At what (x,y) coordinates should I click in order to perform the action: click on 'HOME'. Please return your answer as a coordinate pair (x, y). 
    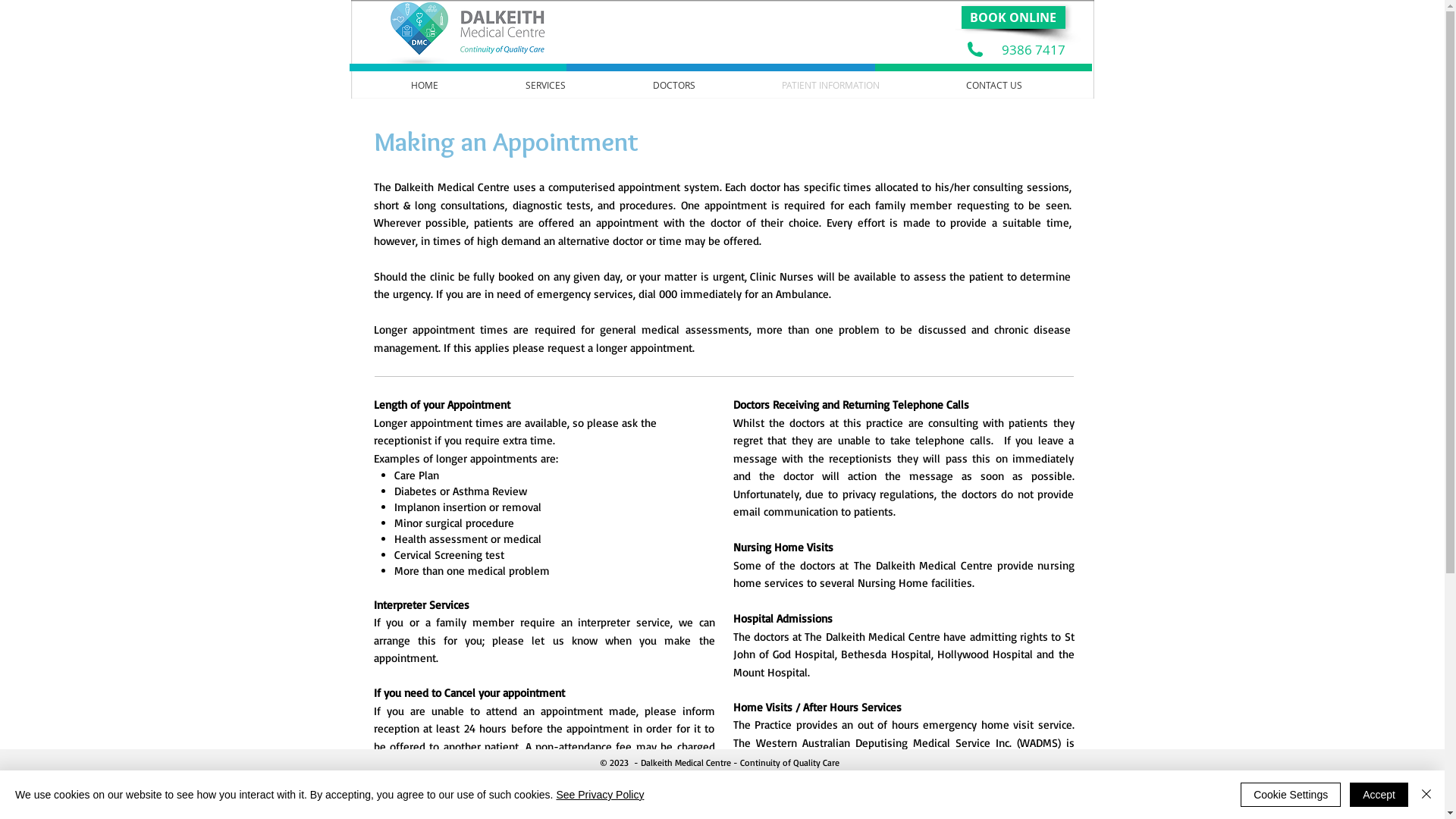
    Looking at the image, I should click on (424, 84).